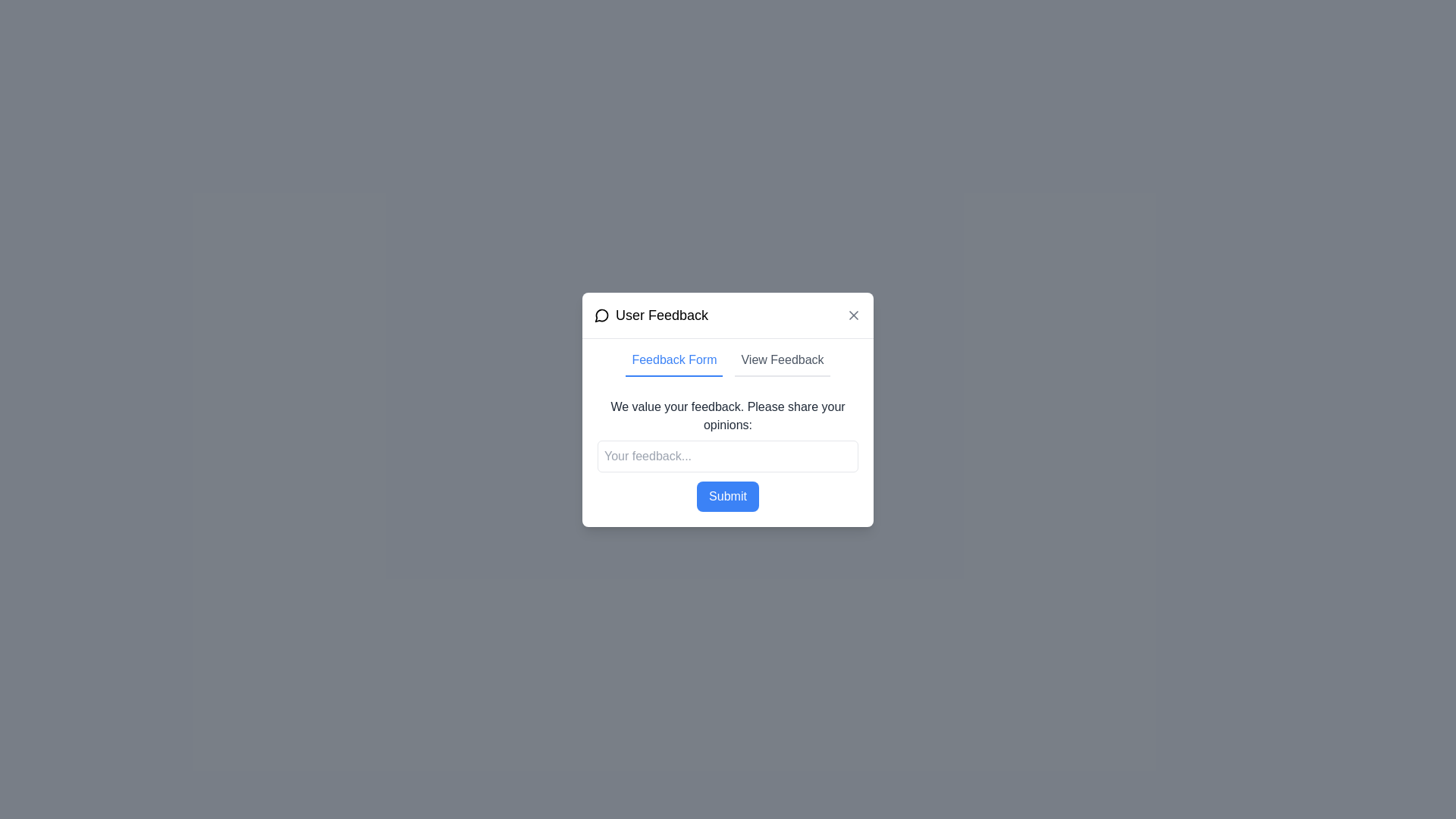 This screenshot has width=1456, height=819. What do you see at coordinates (601, 314) in the screenshot?
I see `the black circular speech bubble icon, which is the central component of the feedback modal` at bounding box center [601, 314].